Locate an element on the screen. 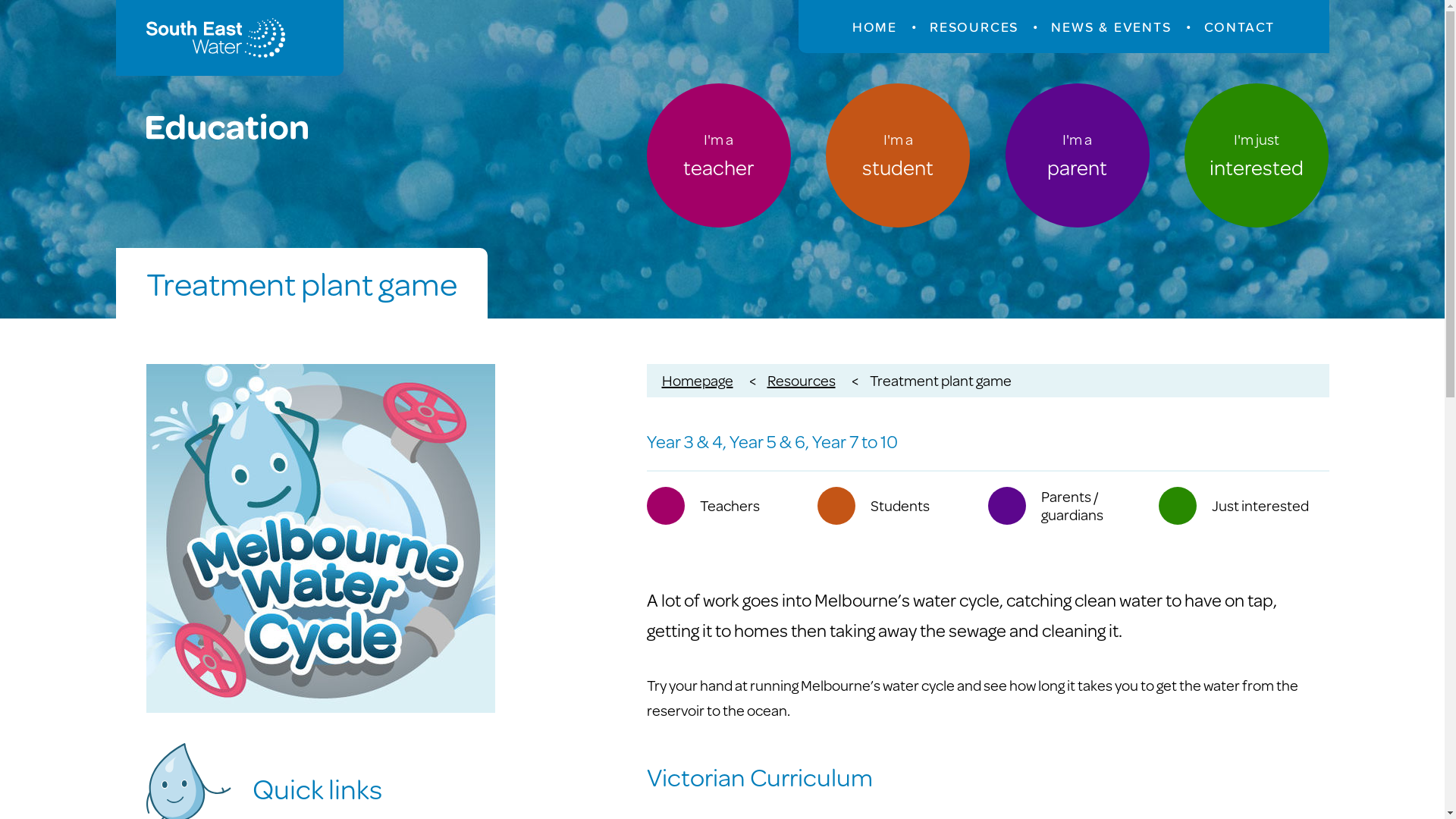 The width and height of the screenshot is (1456, 819). 'I'm a is located at coordinates (898, 155).